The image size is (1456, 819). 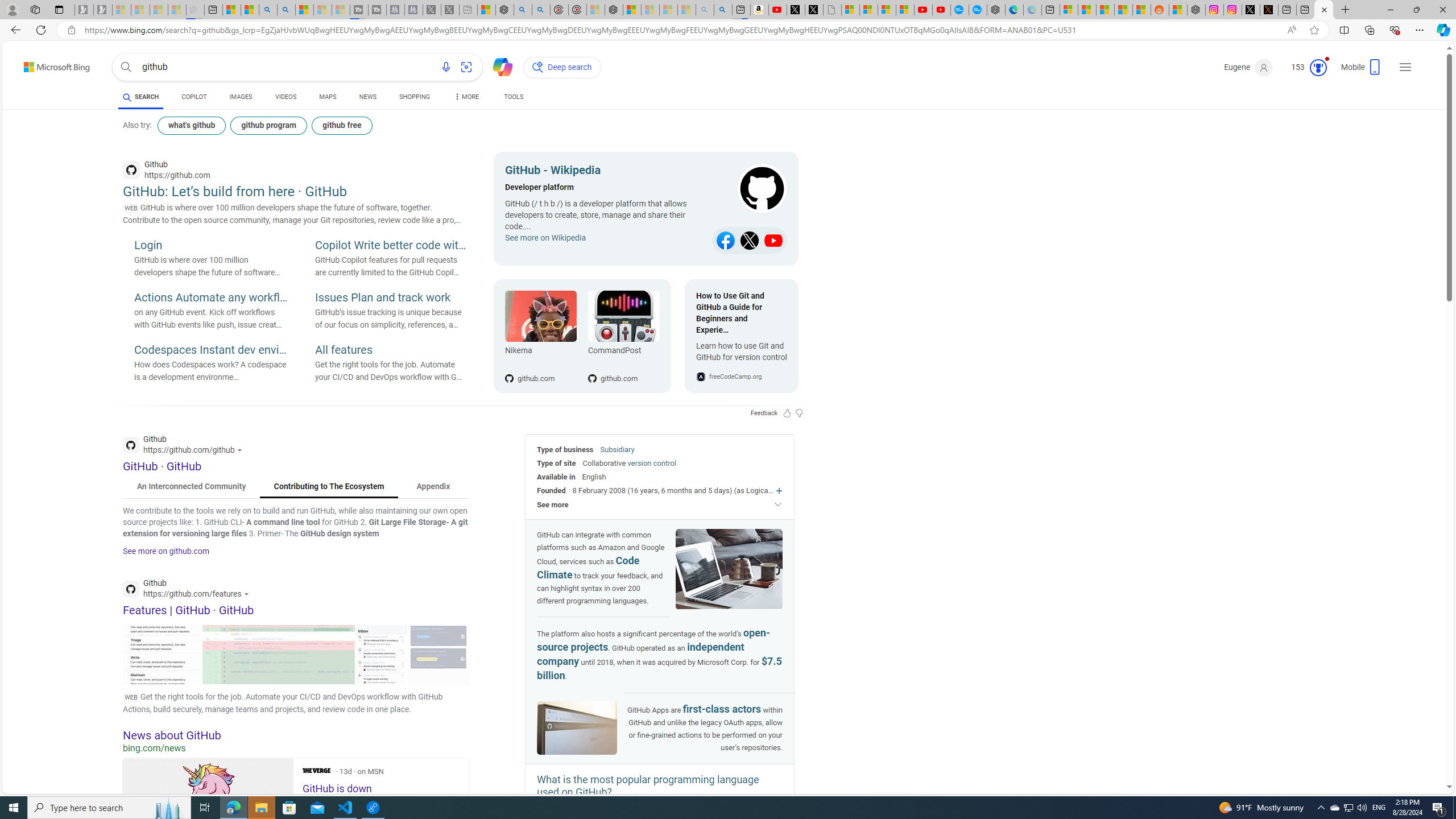 I want to click on 'github free', so click(x=341, y=126).